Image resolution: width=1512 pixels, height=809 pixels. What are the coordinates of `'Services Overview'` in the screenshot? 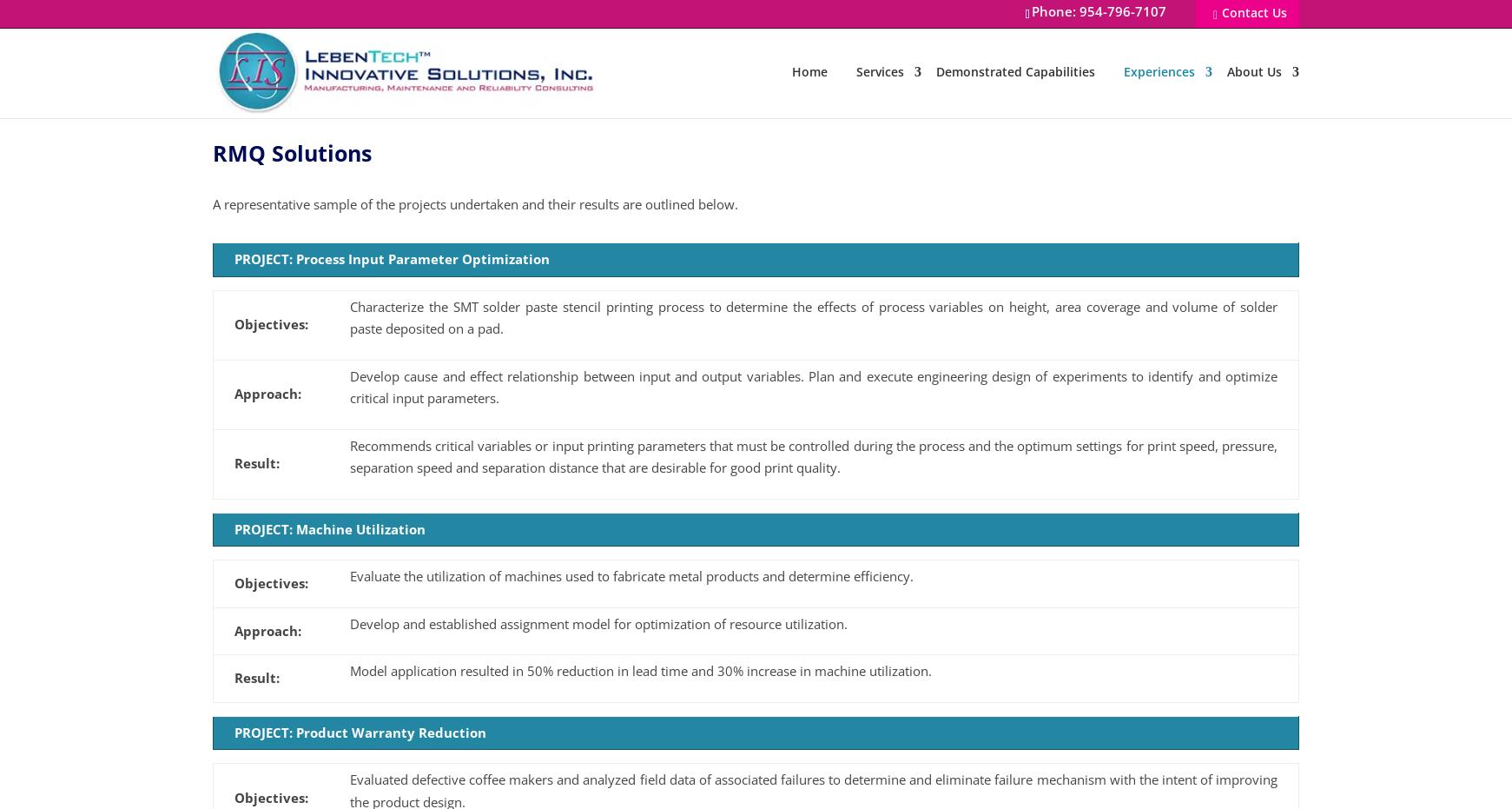 It's located at (907, 129).